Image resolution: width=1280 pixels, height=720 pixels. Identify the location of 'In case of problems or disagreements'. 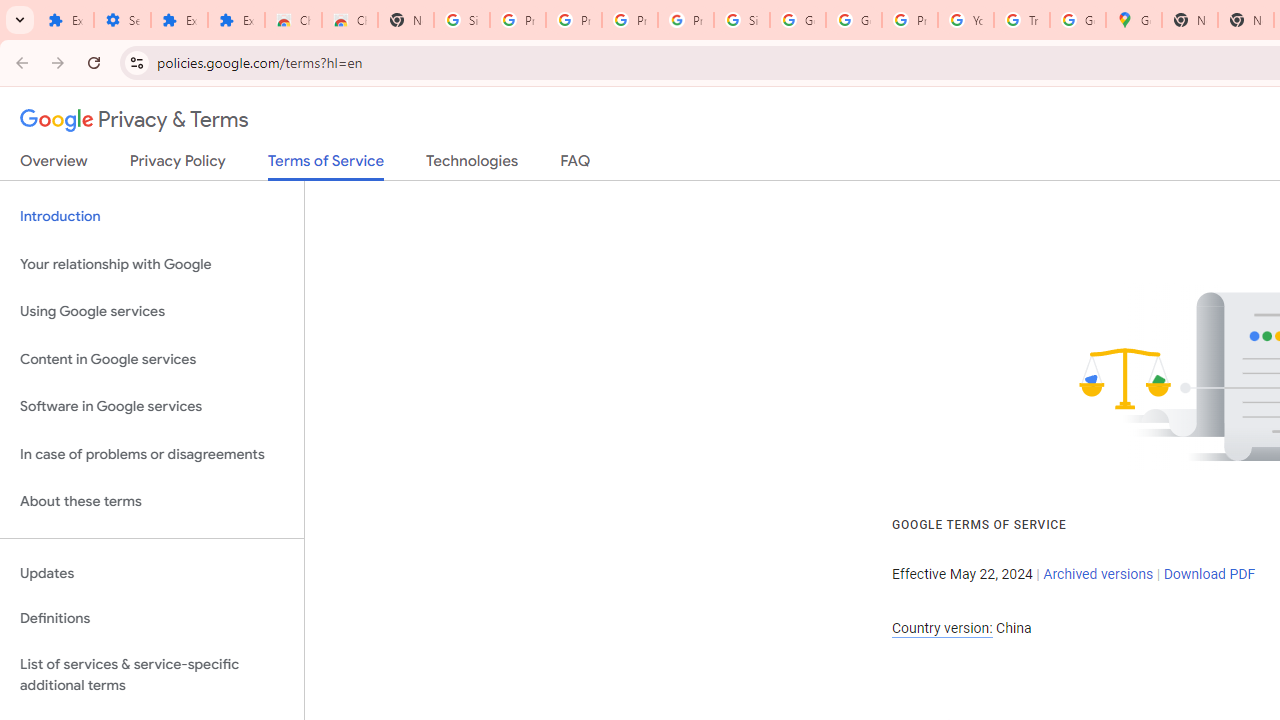
(151, 454).